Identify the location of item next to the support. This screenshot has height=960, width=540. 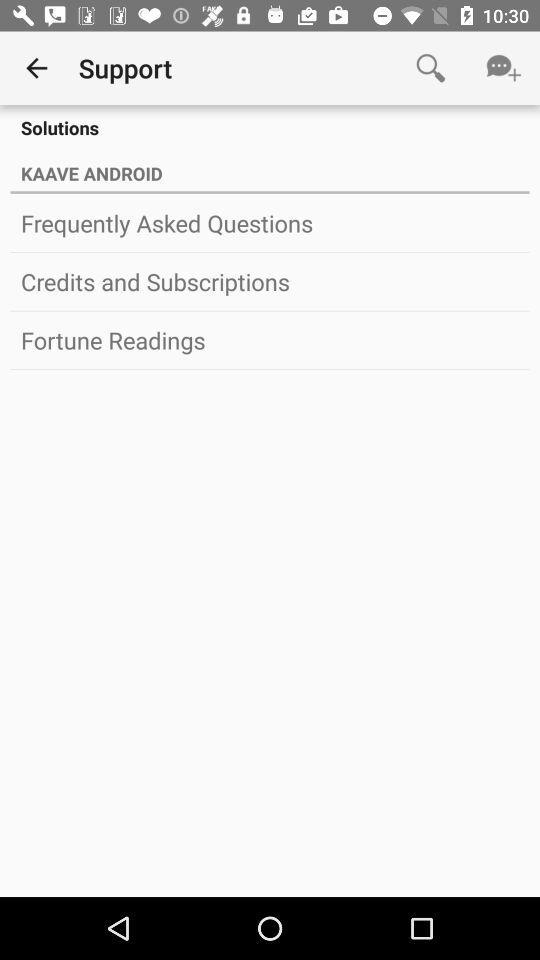
(36, 68).